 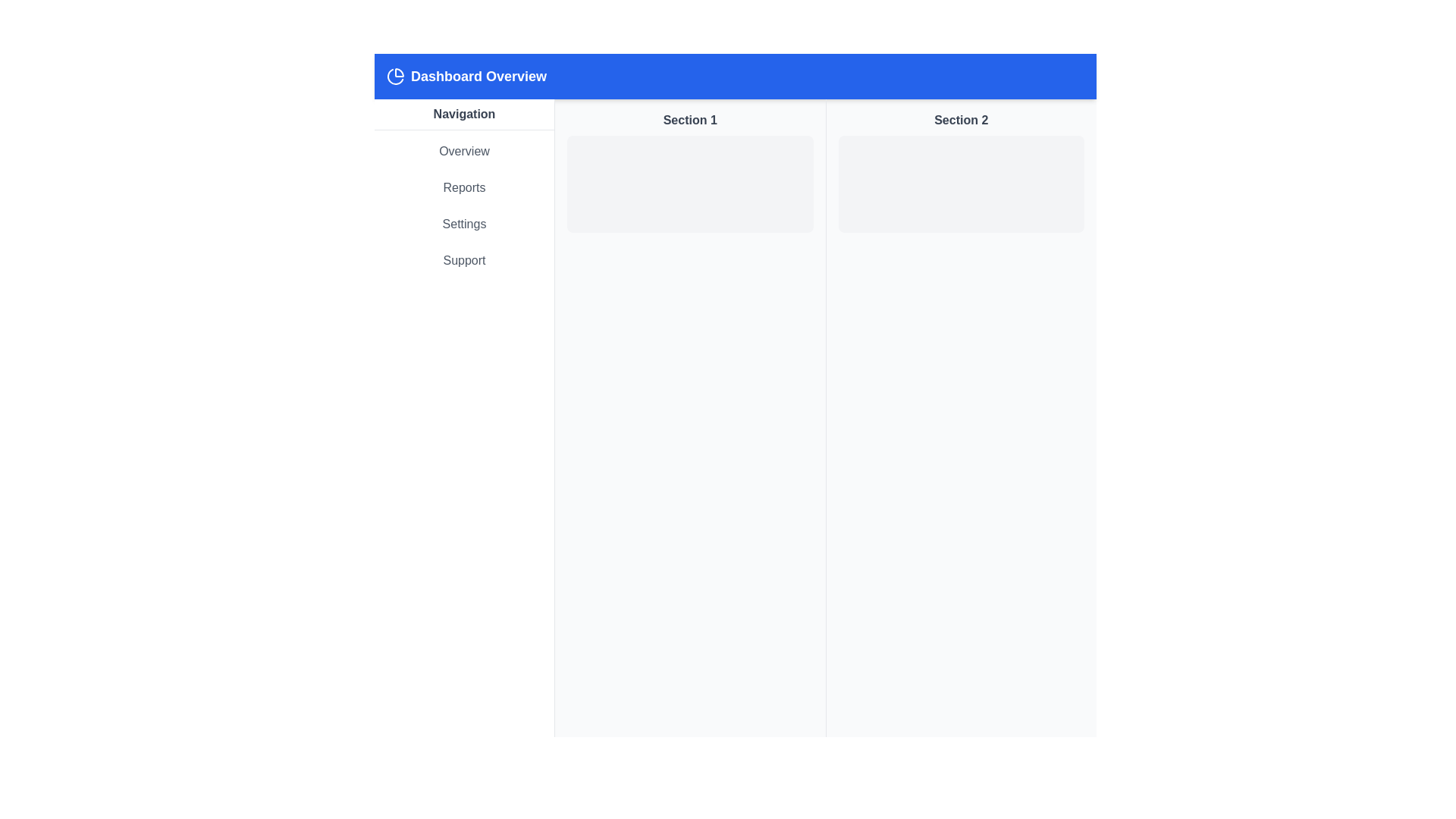 I want to click on the 'Overview' text label in the navigational sidebar, which is styled with a gray font on a white background and positioned above 'Reports', 'Settings', and 'Support', so click(x=463, y=152).